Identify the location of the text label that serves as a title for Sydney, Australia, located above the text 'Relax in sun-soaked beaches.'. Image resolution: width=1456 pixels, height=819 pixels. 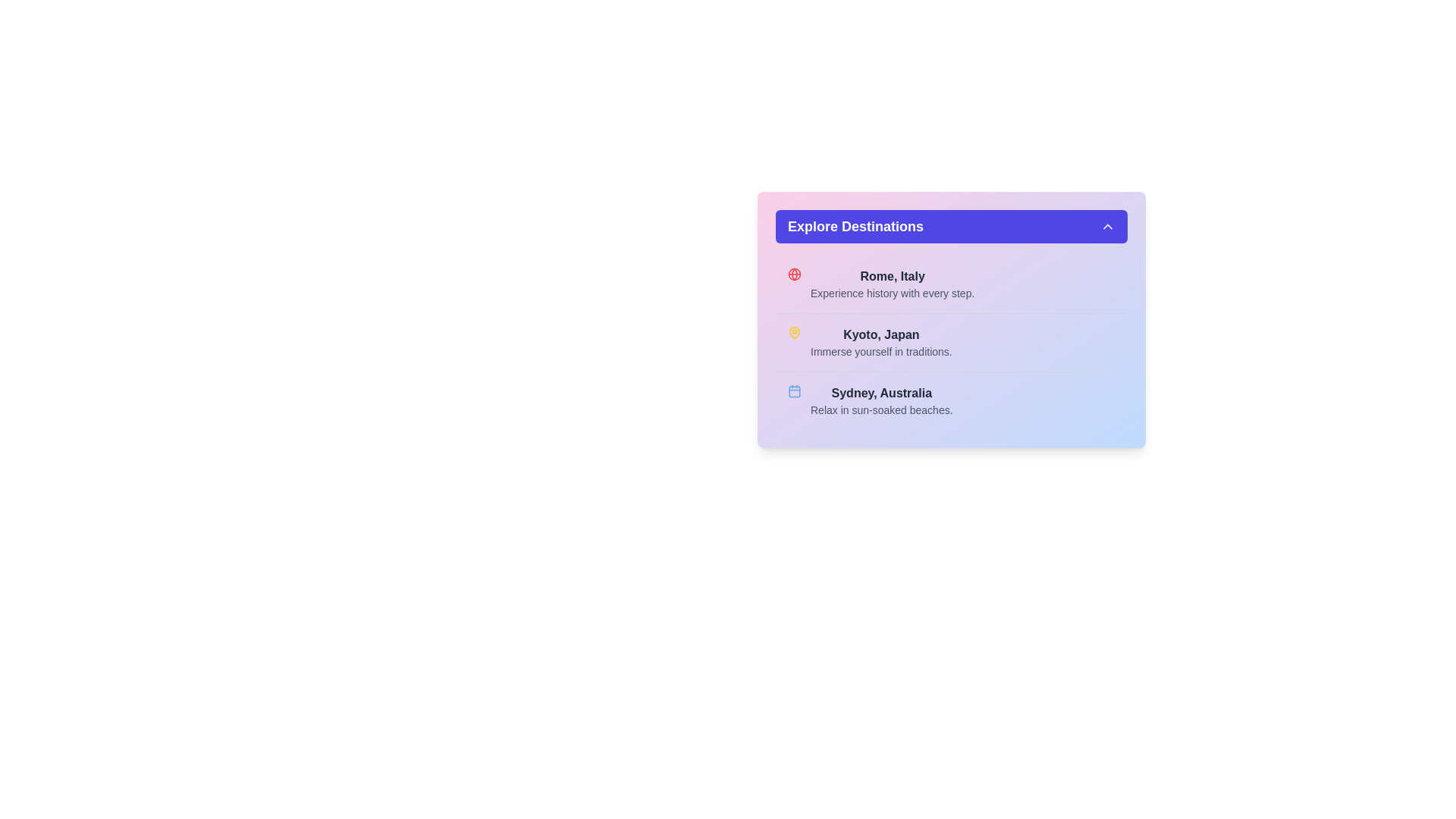
(881, 393).